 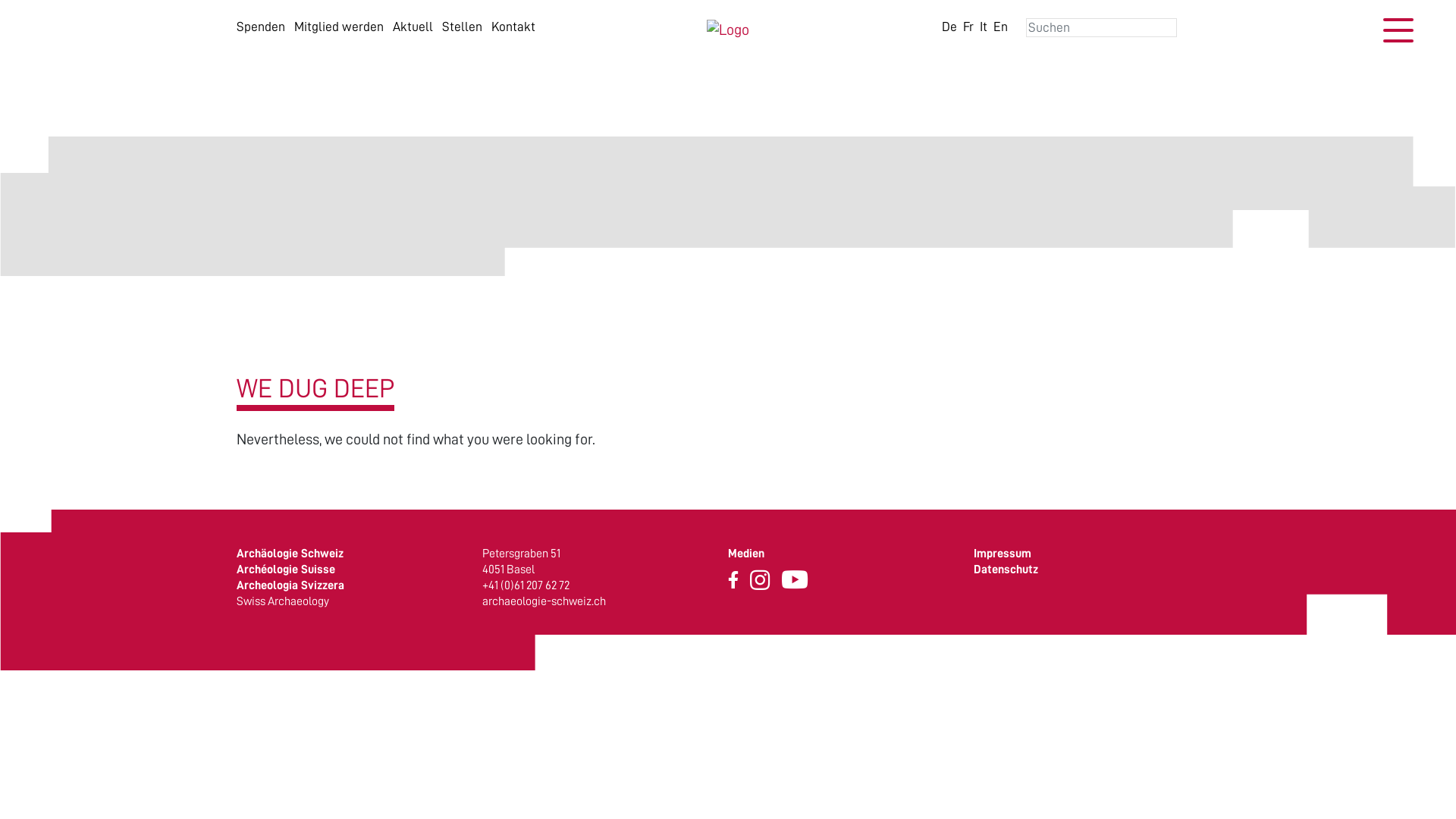 I want to click on 'Kontakt', so click(x=513, y=26).